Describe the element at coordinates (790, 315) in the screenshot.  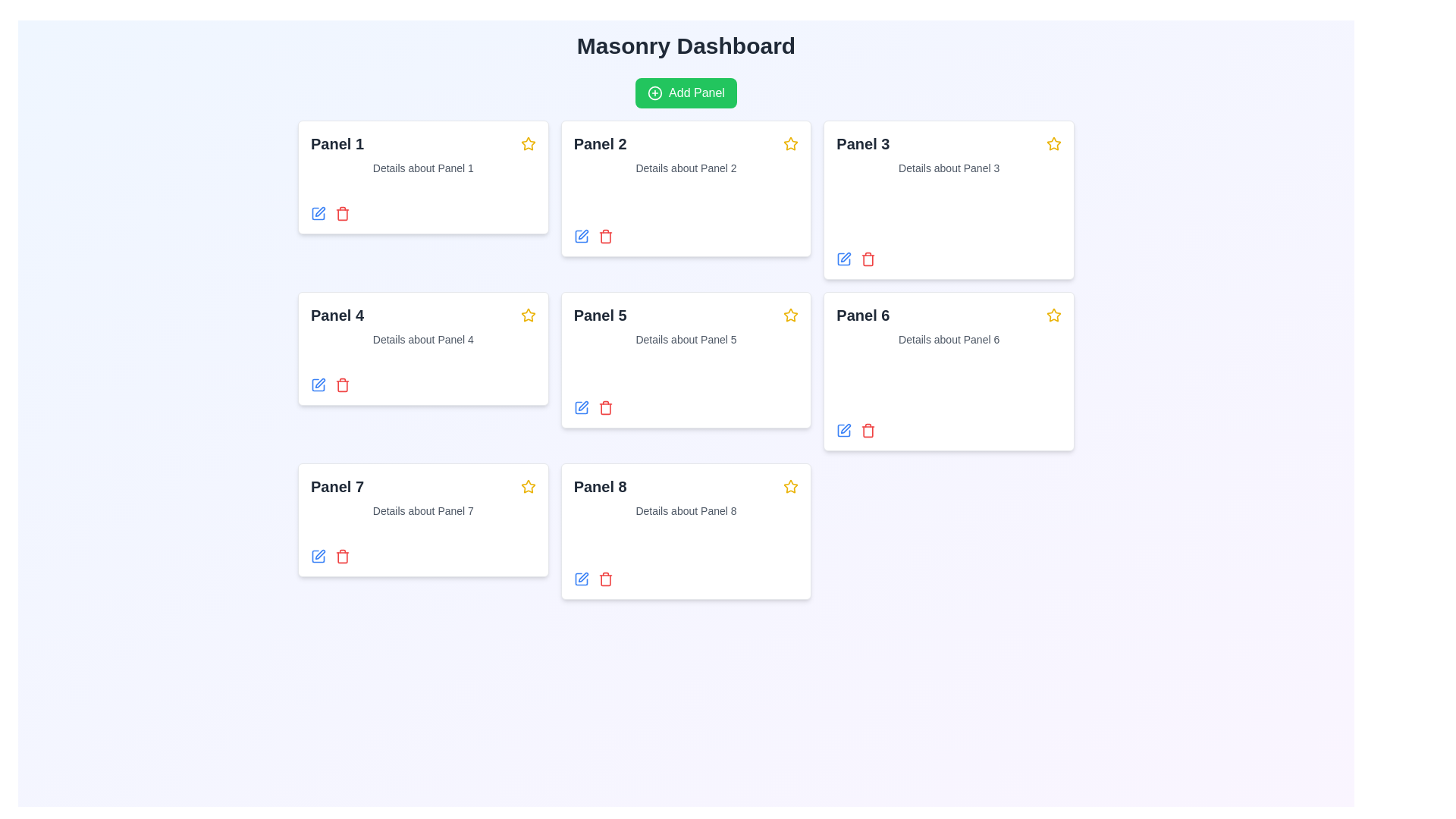
I see `the star icon located on the right side of the header of 'Panel 5'` at that location.